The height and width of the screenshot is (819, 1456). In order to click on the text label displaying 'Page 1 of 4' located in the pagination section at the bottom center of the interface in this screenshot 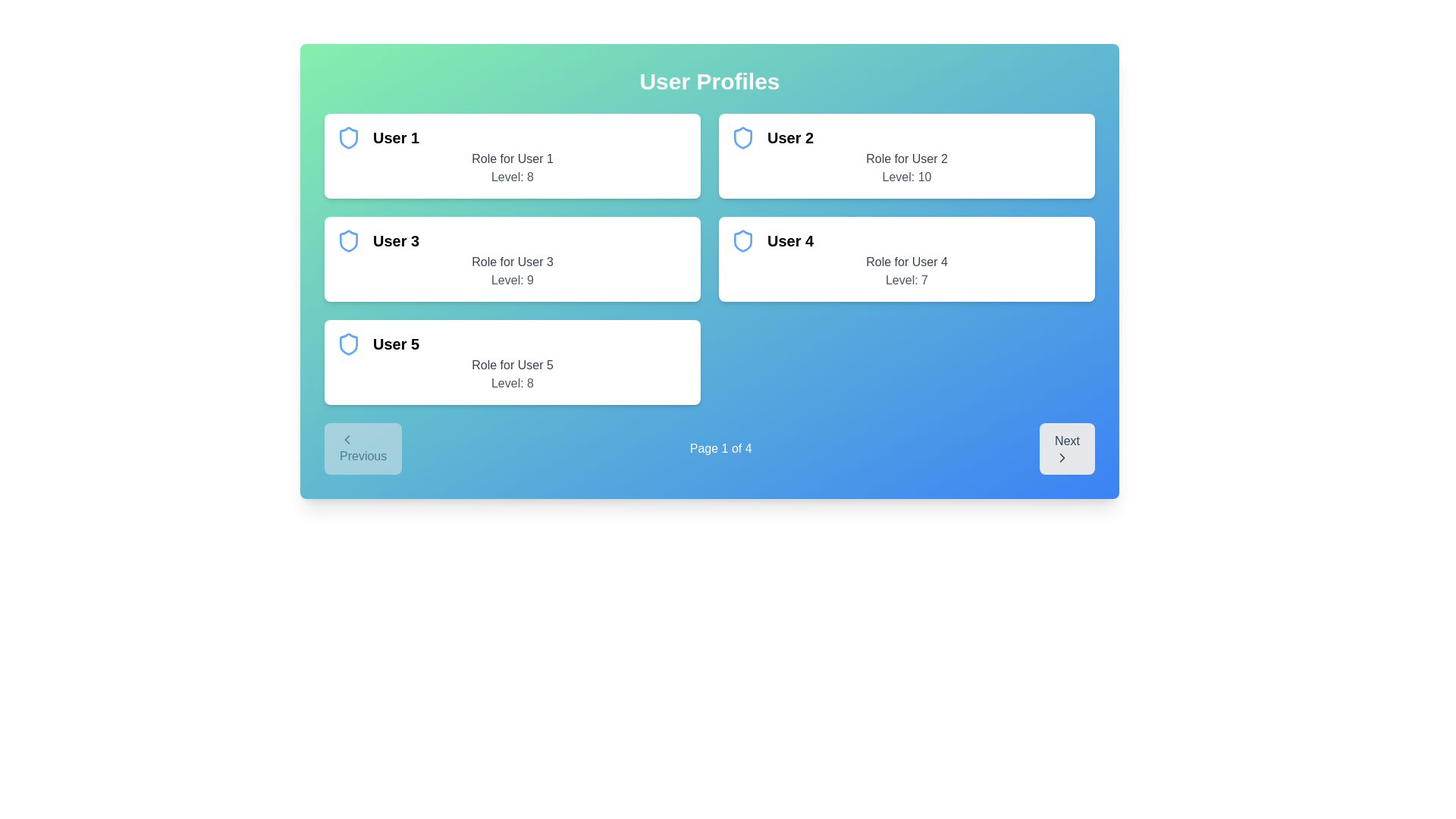, I will do `click(720, 447)`.